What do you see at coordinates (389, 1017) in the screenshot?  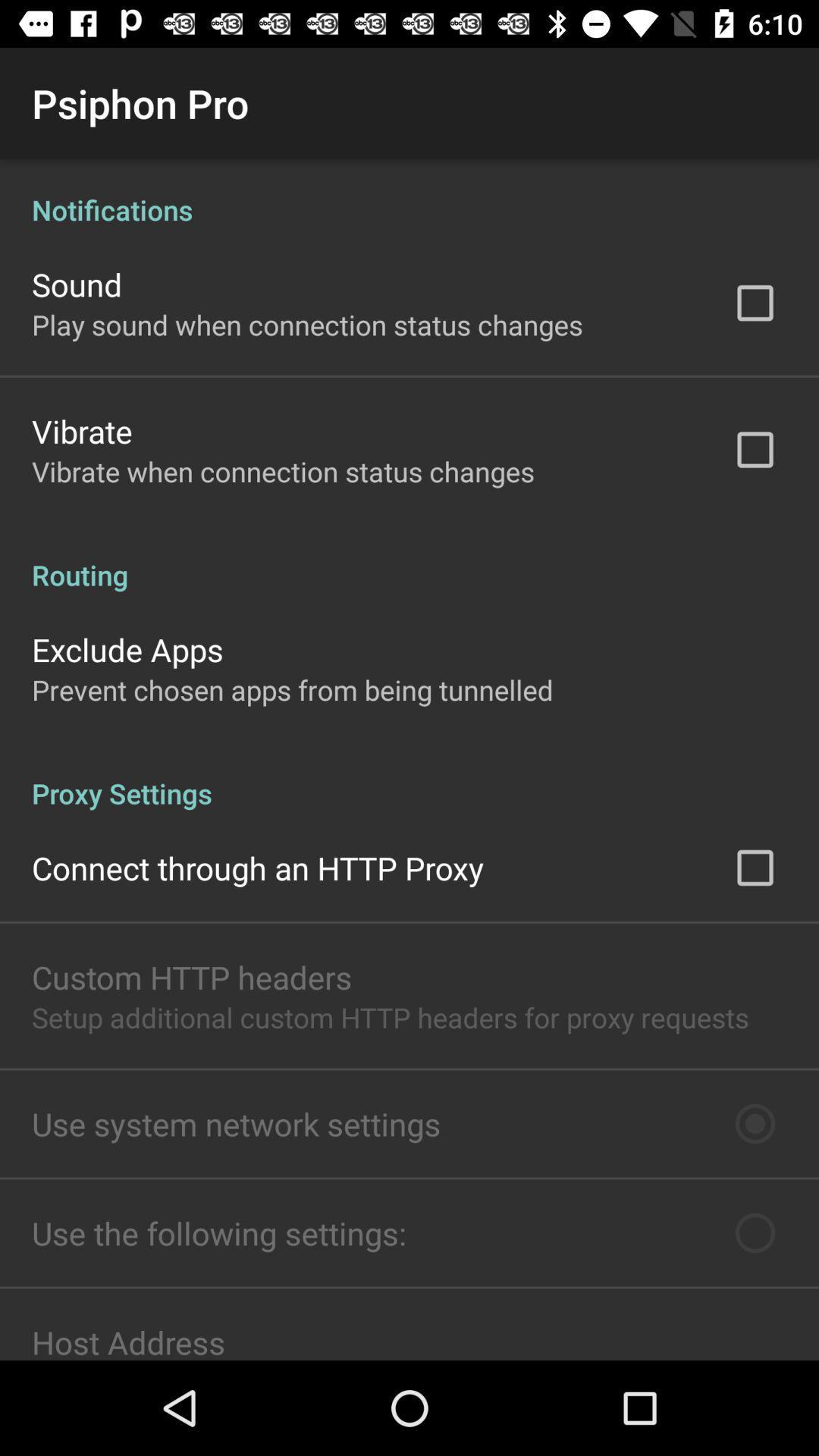 I see `item below the custom http headers app` at bounding box center [389, 1017].